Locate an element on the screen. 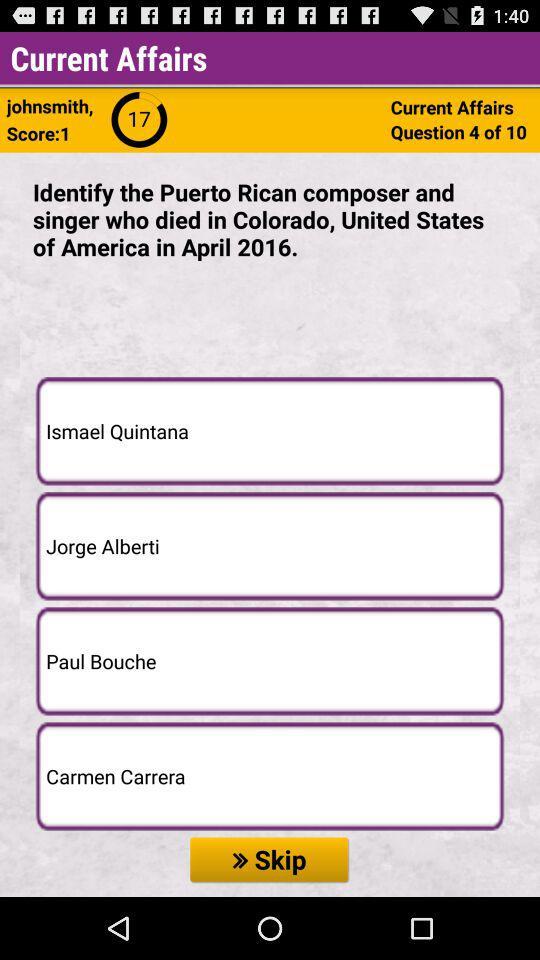  paul bouche is located at coordinates (270, 661).